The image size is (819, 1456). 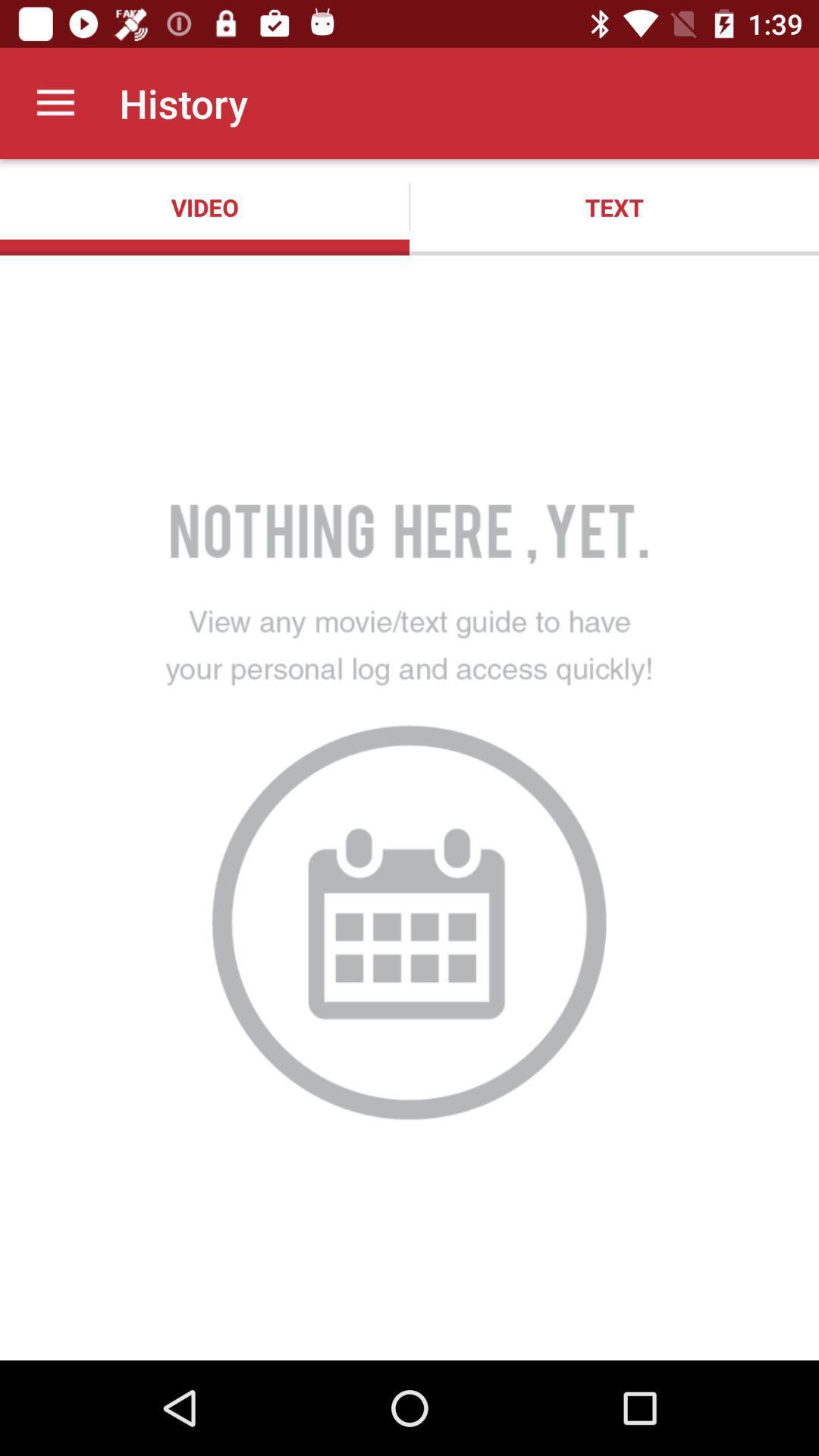 I want to click on the video icon, so click(x=205, y=206).